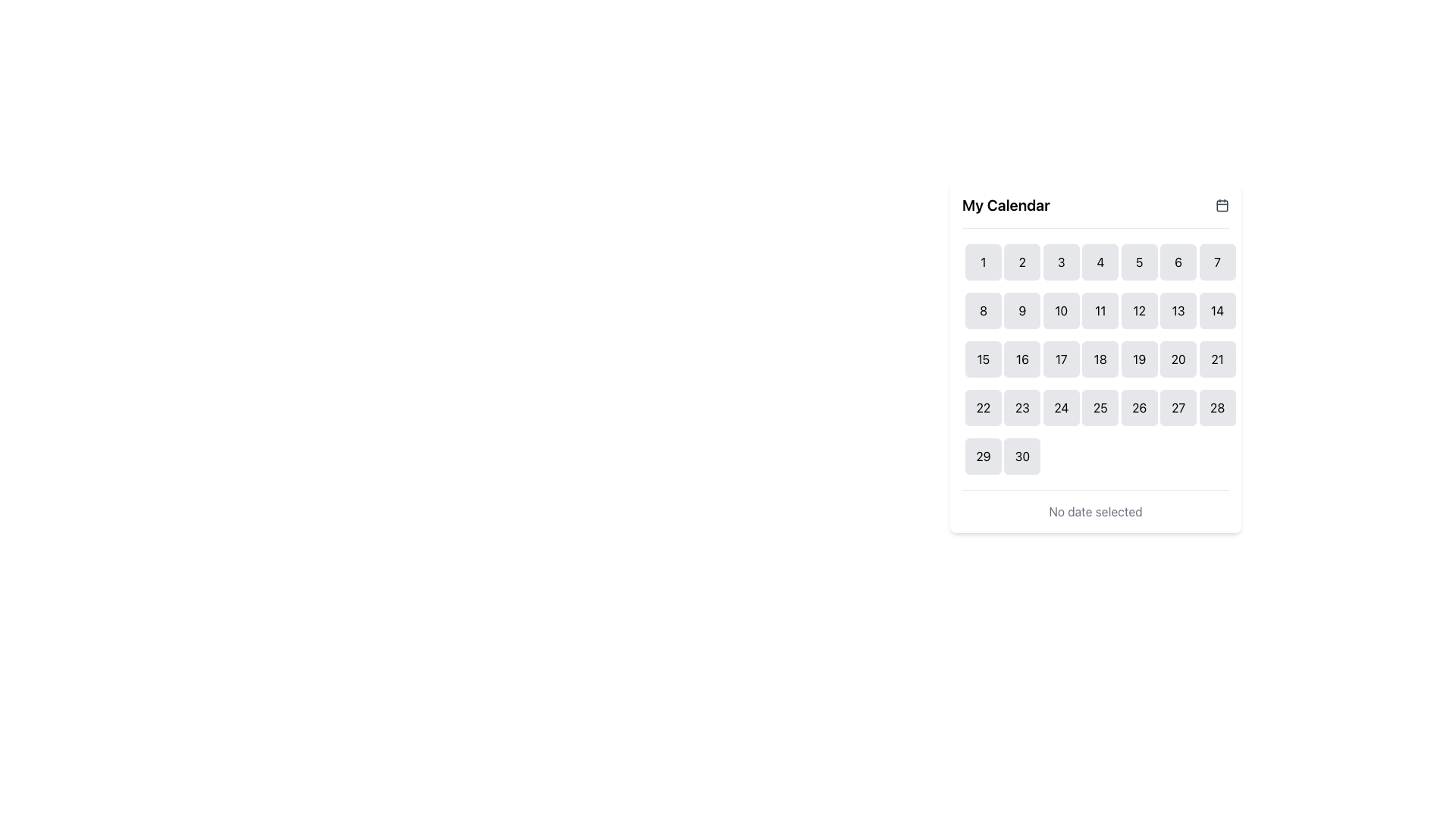 The image size is (1456, 819). I want to click on the calendar date selector button for the 20th day of the month, located in the third row and sixth column of the calendar grid, so click(1178, 359).